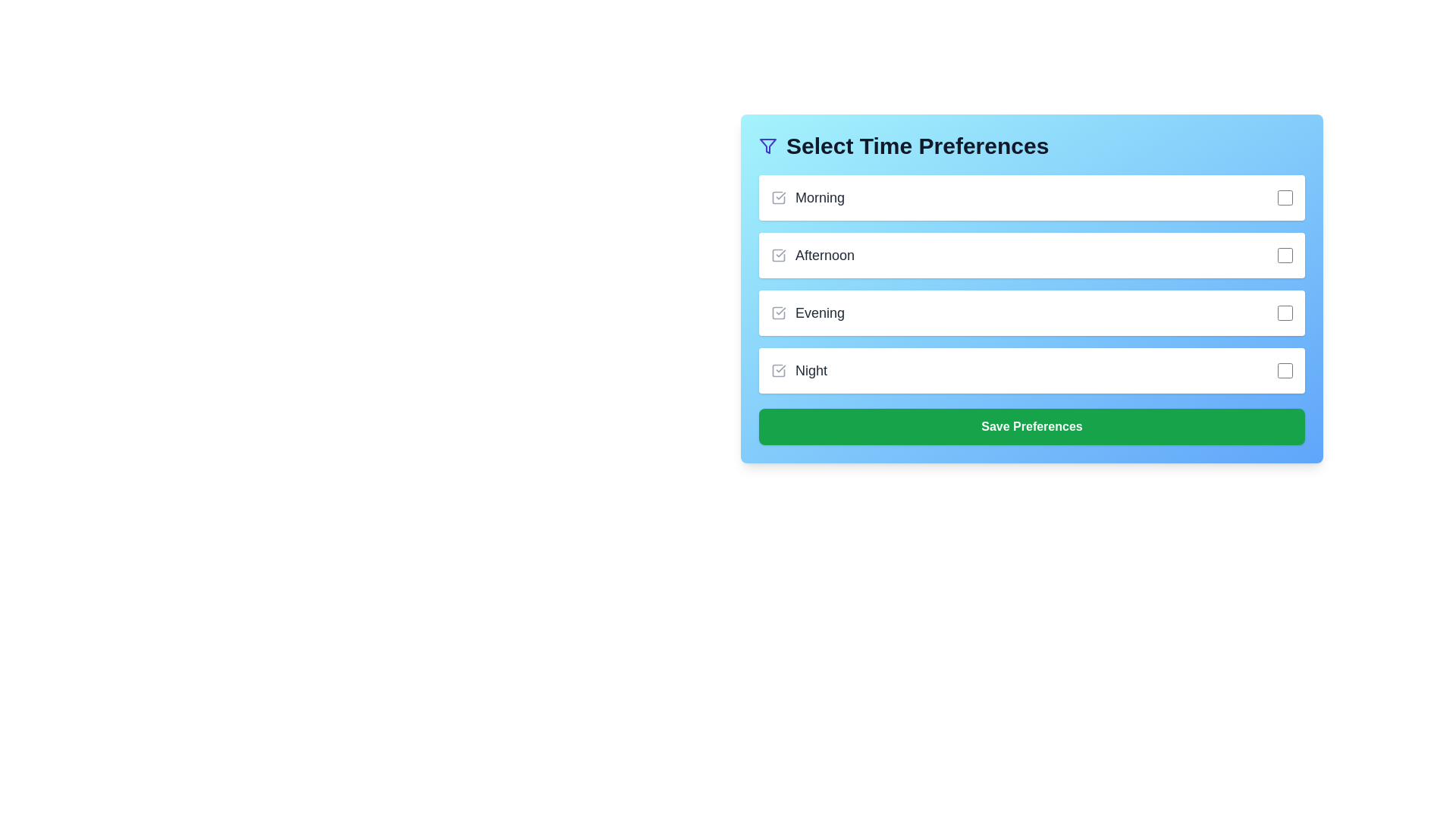 The height and width of the screenshot is (819, 1456). What do you see at coordinates (811, 371) in the screenshot?
I see `text of the label indicating the 'Night' time preference, which is the fourth item in the list of time preferences located below 'Evening'` at bounding box center [811, 371].